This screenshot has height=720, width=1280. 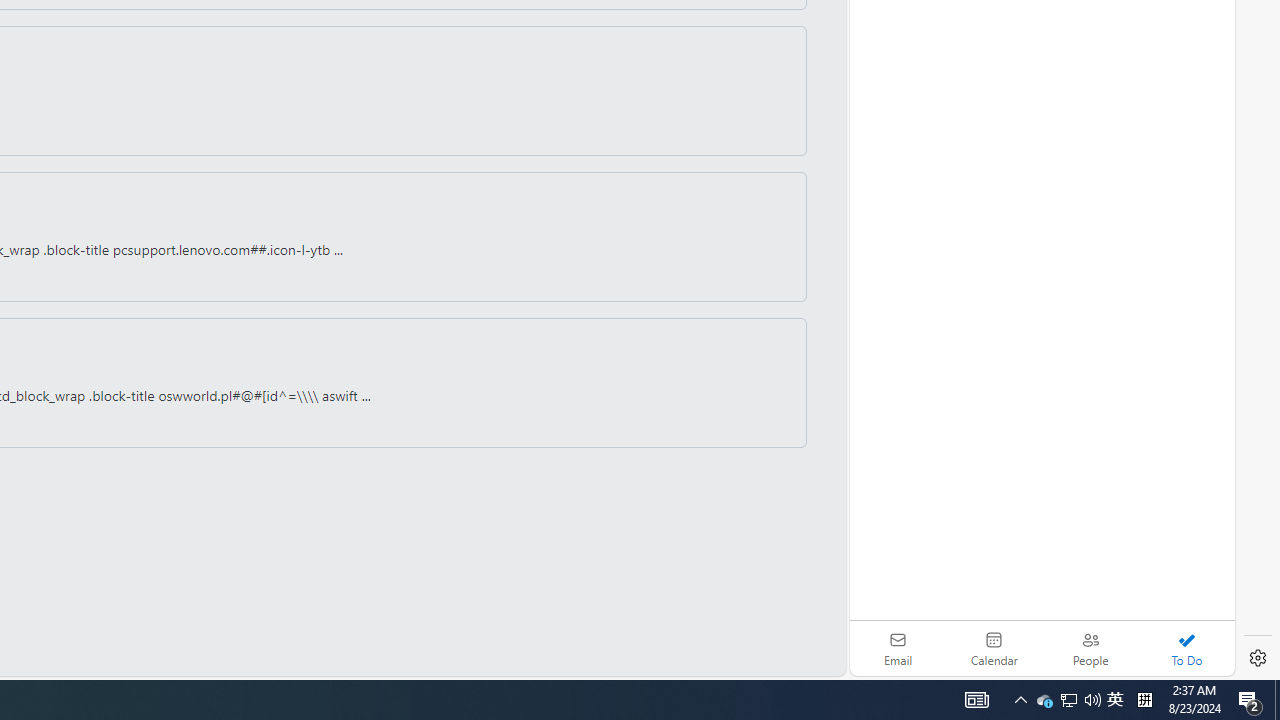 What do you see at coordinates (897, 648) in the screenshot?
I see `'Email'` at bounding box center [897, 648].